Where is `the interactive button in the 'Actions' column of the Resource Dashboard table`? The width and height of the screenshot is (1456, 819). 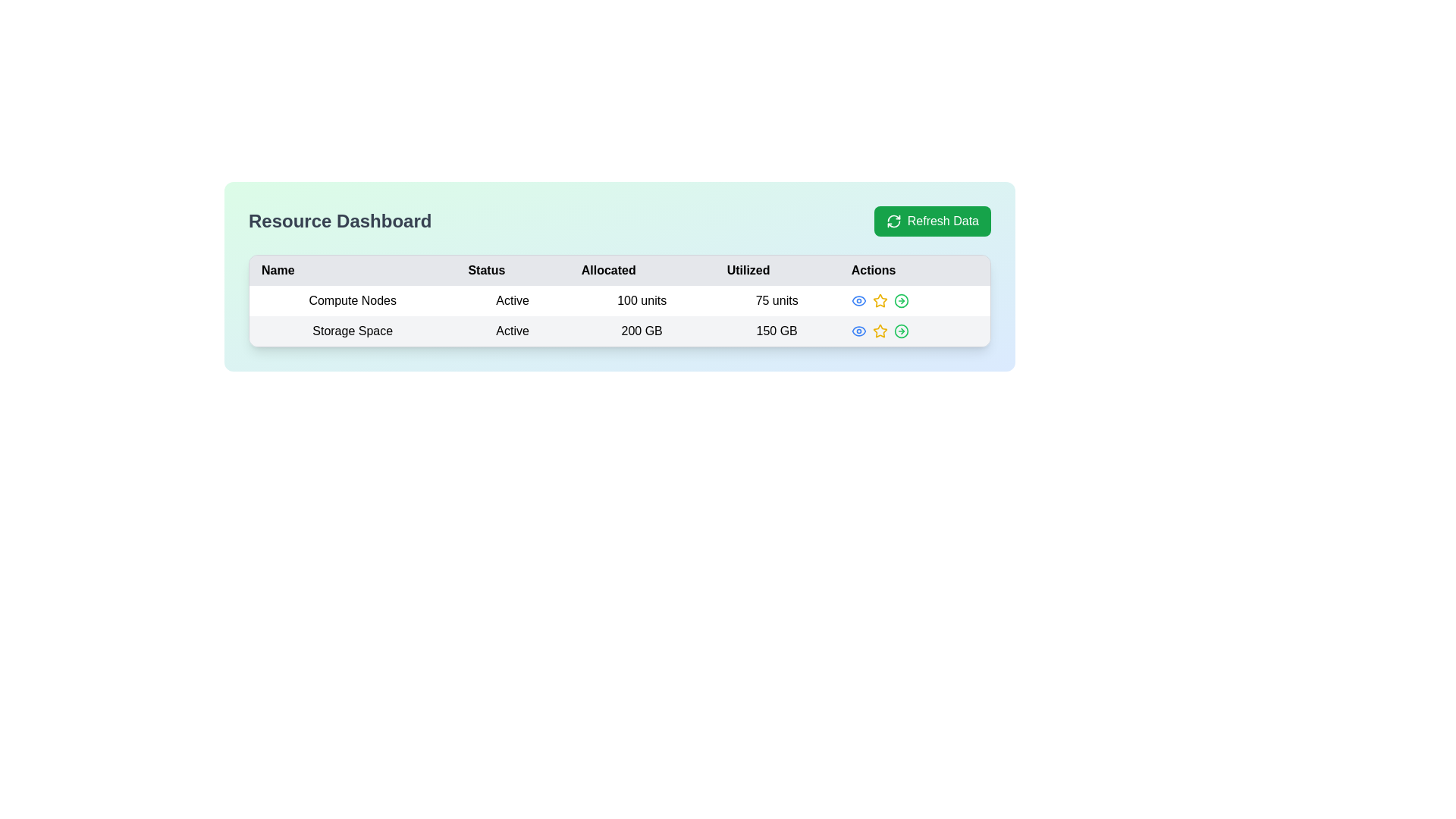
the interactive button in the 'Actions' column of the Resource Dashboard table is located at coordinates (901, 330).